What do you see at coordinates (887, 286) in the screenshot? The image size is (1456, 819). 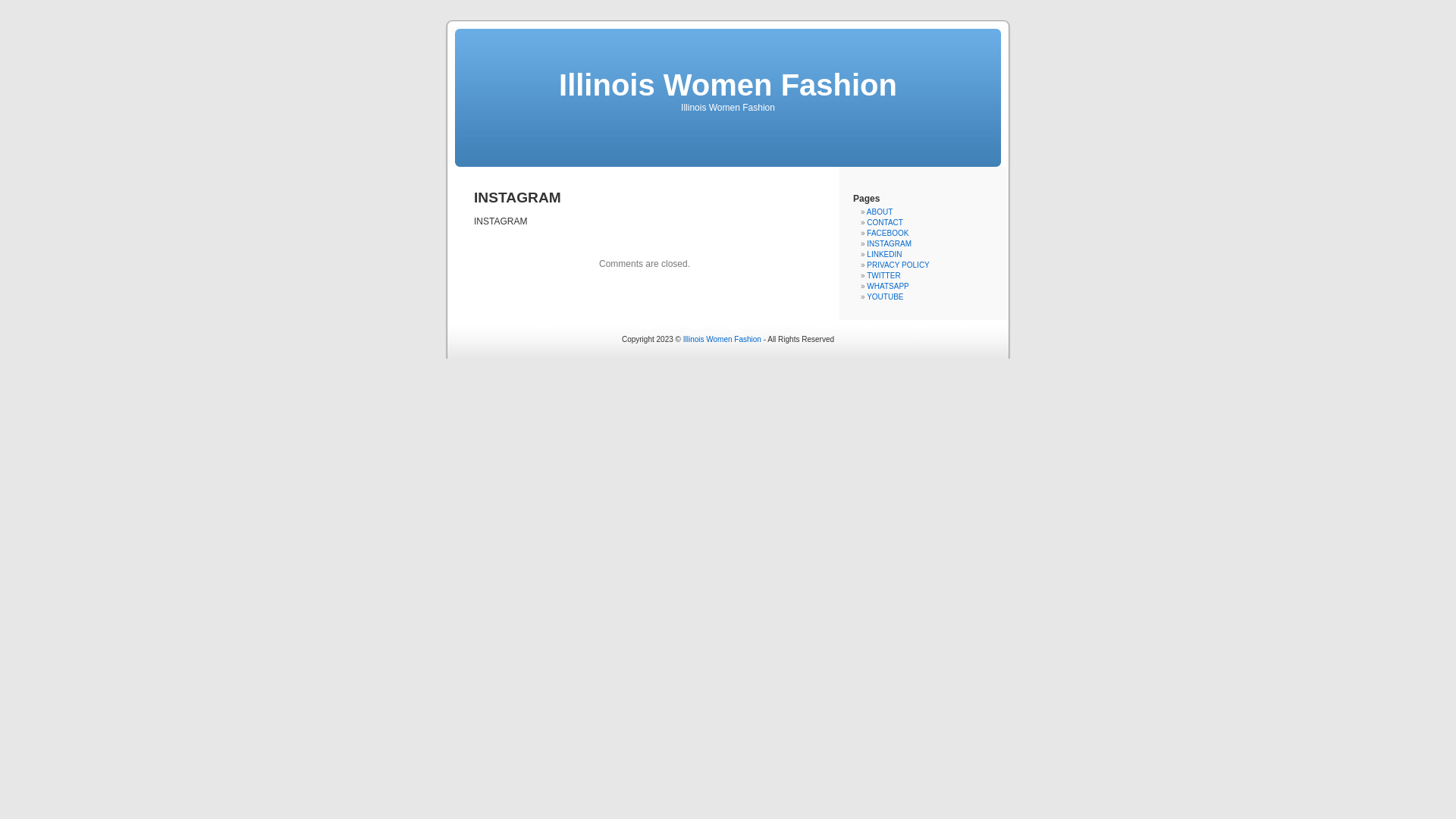 I see `'WHATSAPP'` at bounding box center [887, 286].